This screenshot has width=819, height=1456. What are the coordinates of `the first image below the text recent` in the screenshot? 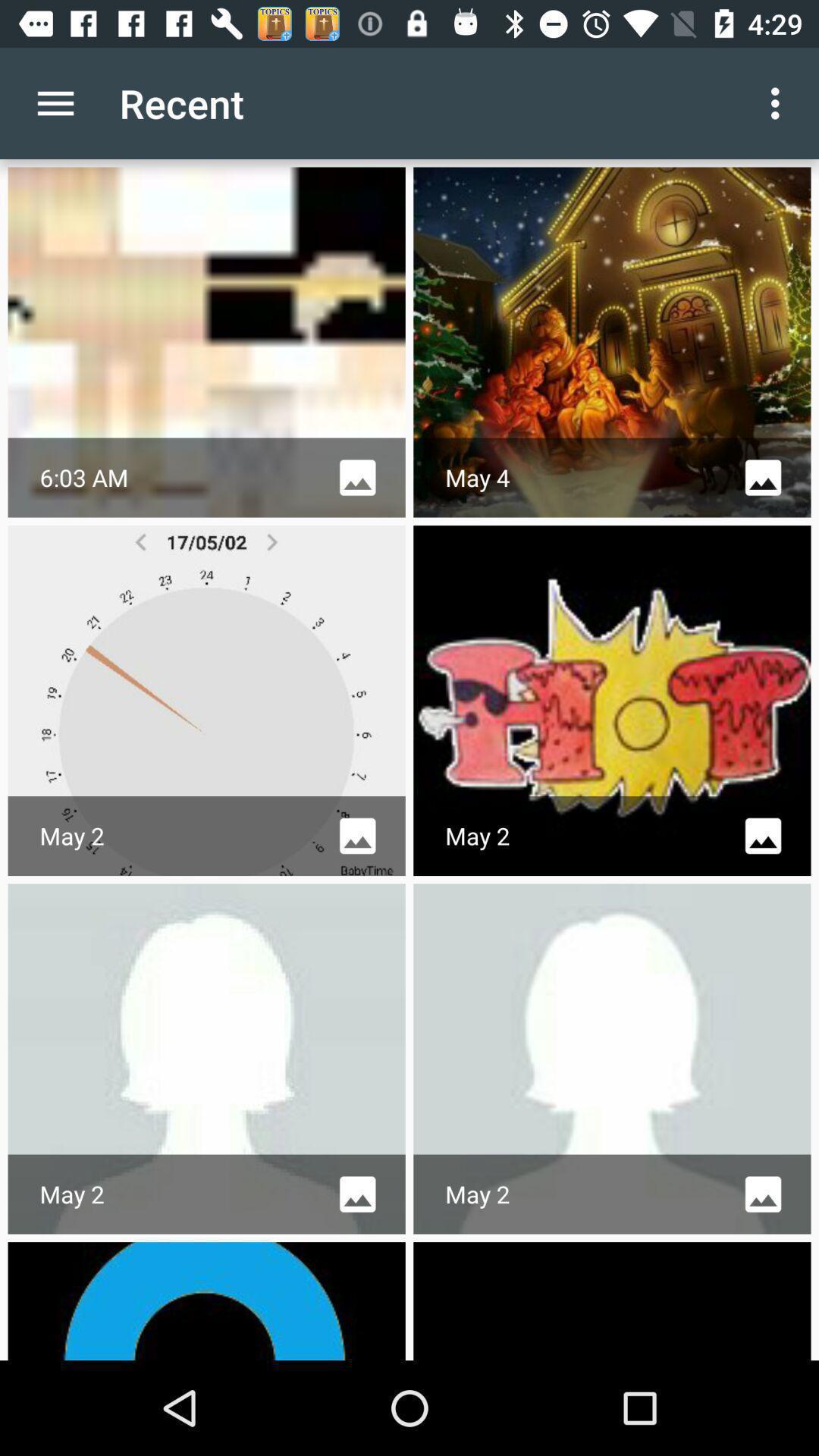 It's located at (207, 341).